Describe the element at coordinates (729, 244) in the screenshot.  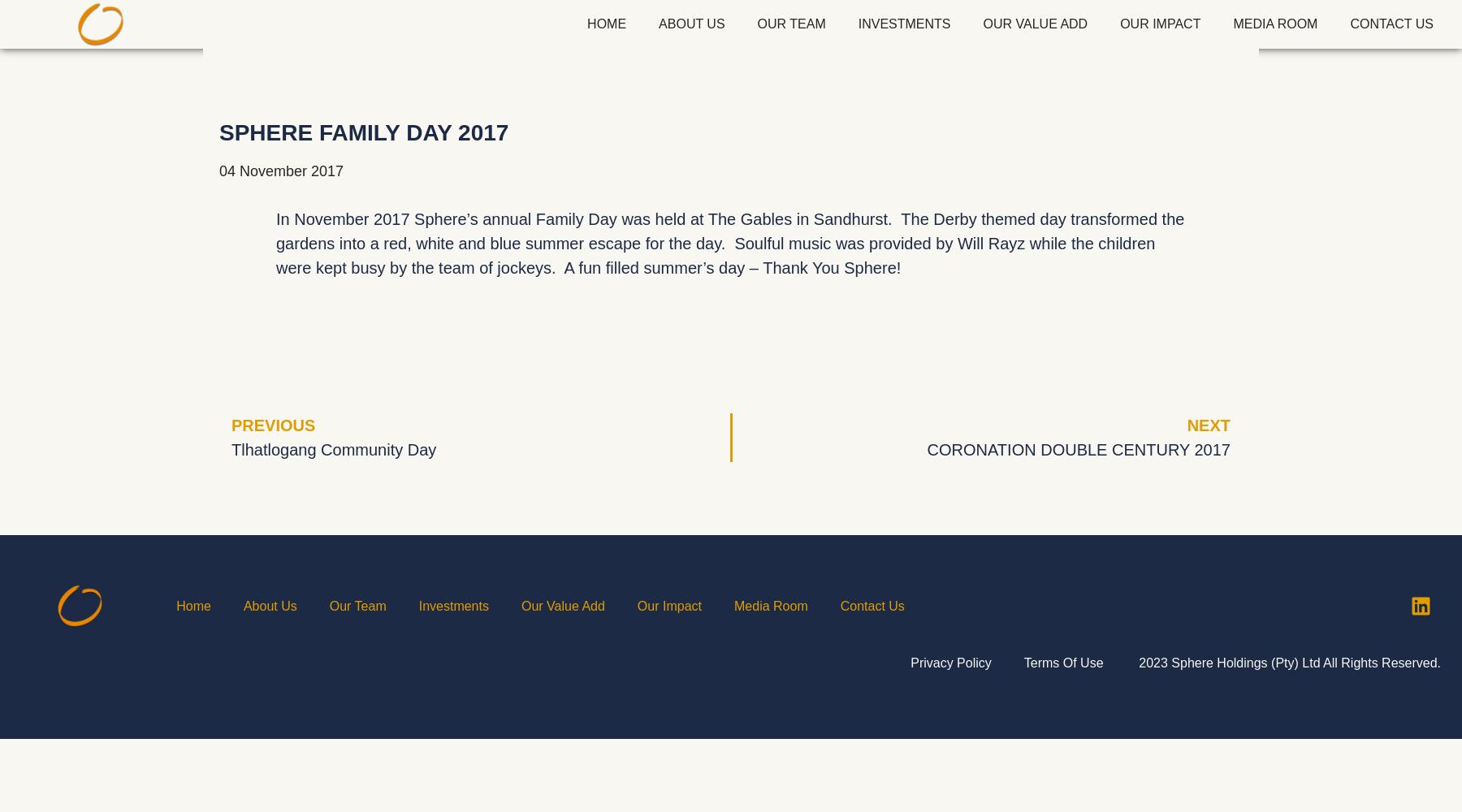
I see `'In November 2017 Sphere’s annual Family Day was held at The Gables in Sandhurst.  The Derby themed day transformed the gardens into a red, white and blue summer escape for the day.  Soulful music was provided by Will Rayz while the children were kept busy by the team of jockeys.  A fun filled summer’s day – Thank You Sphere!'` at that location.